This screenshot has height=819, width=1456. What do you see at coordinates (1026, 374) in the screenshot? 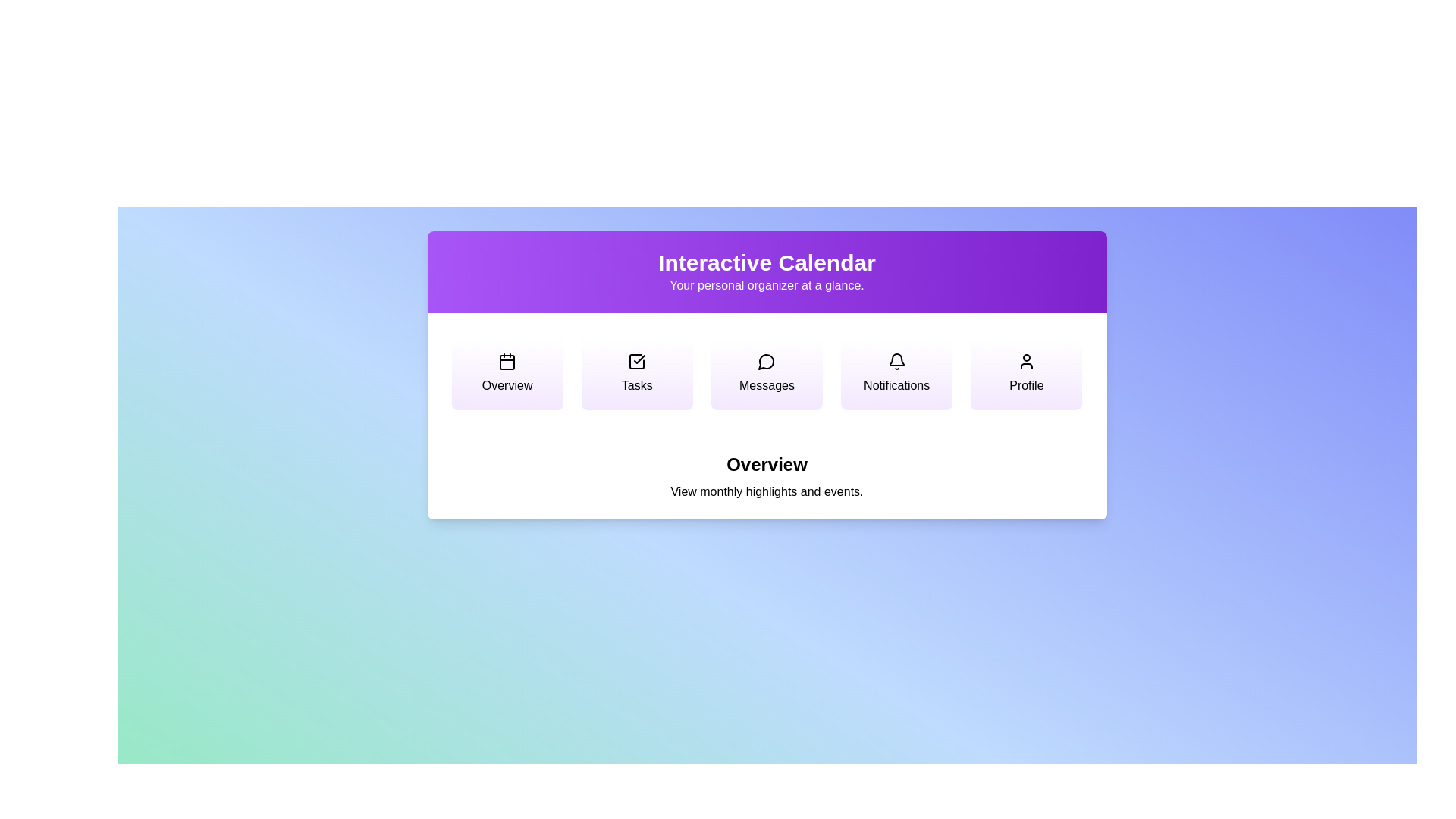
I see `the menu option corresponding to Profile to switch views` at bounding box center [1026, 374].